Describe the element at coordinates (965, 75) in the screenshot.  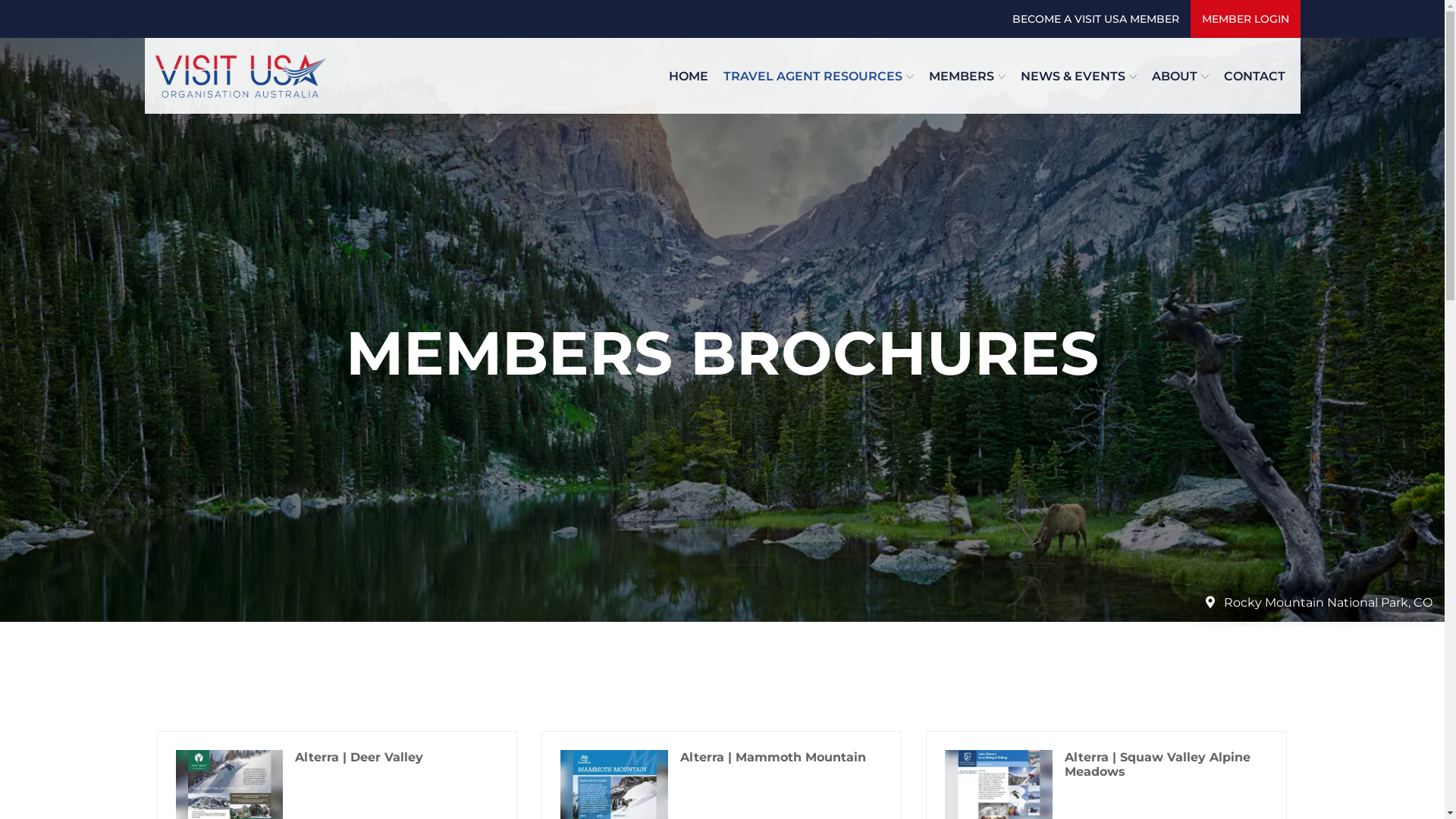
I see `'MEMBERS'` at that location.